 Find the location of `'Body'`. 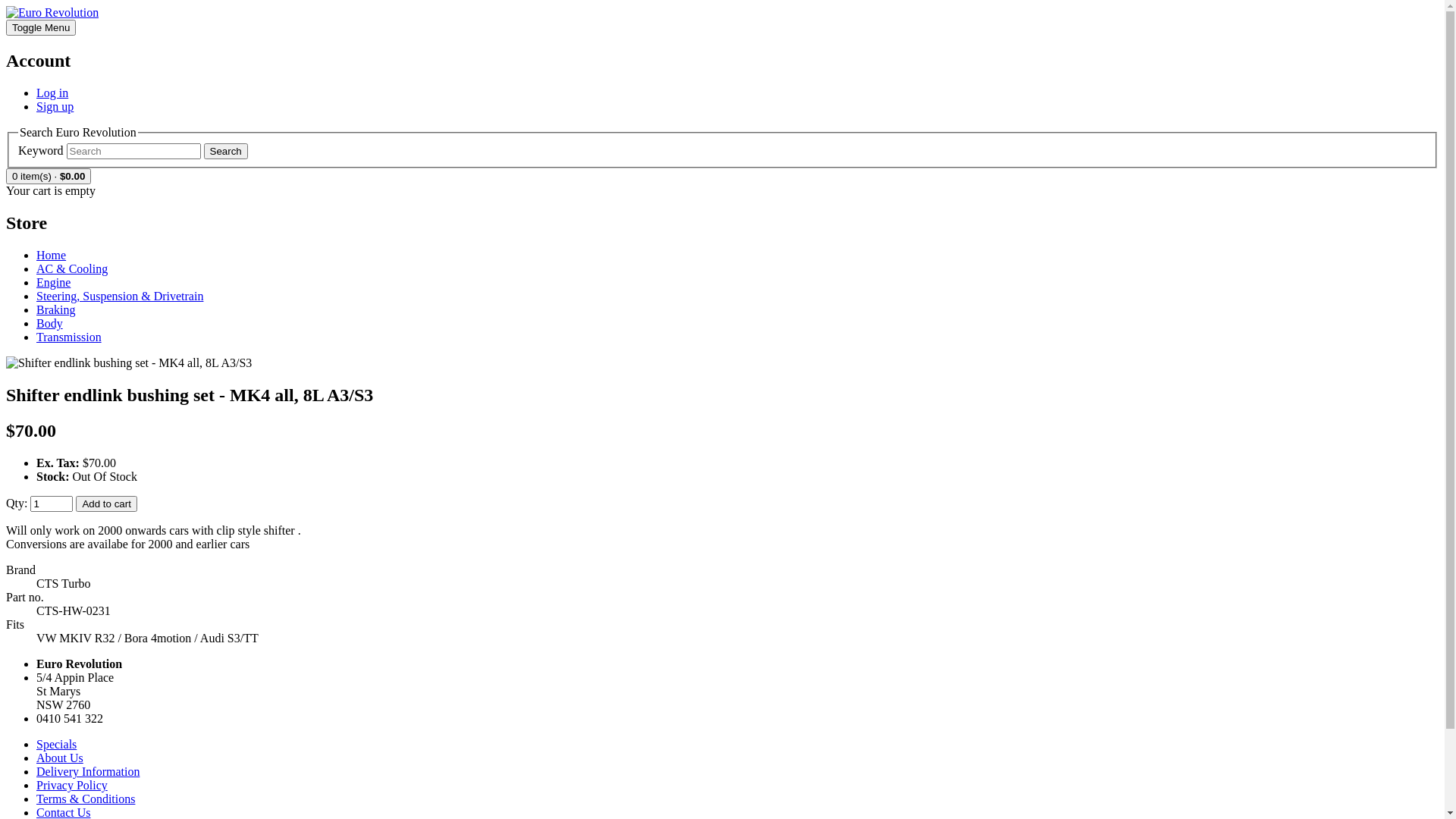

'Body' is located at coordinates (36, 322).